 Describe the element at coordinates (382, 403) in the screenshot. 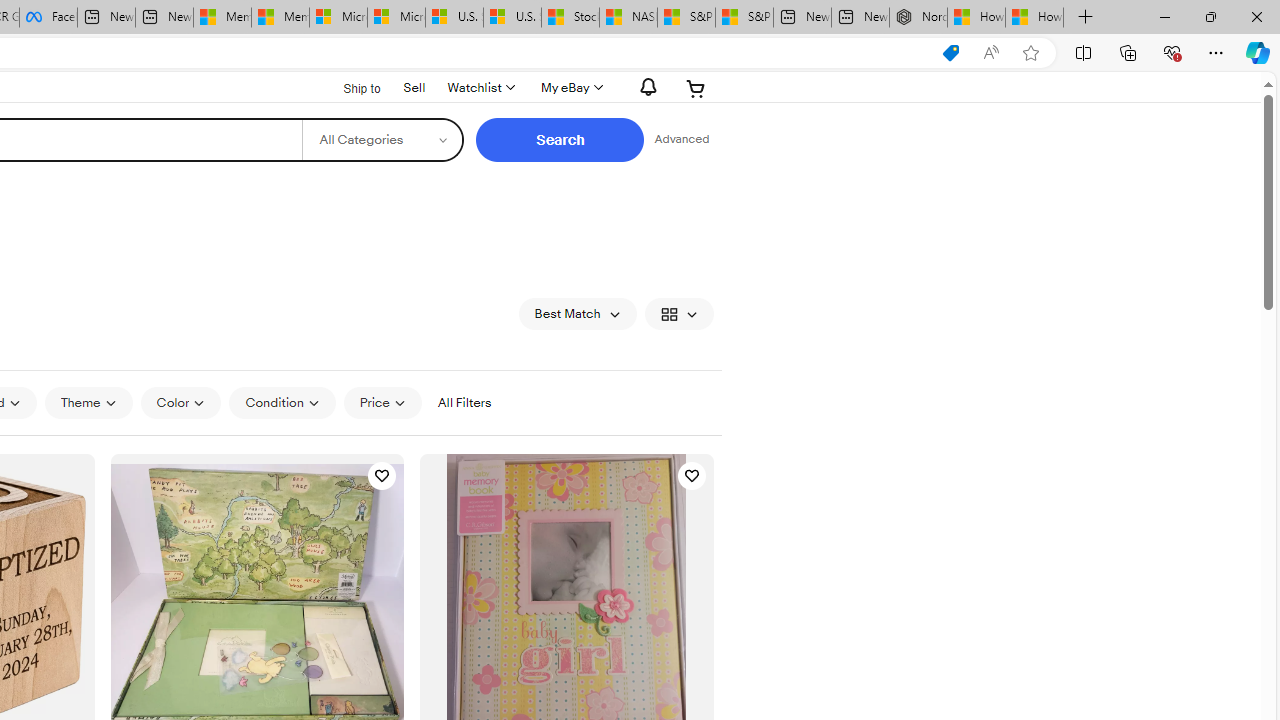

I see `'Price'` at that location.